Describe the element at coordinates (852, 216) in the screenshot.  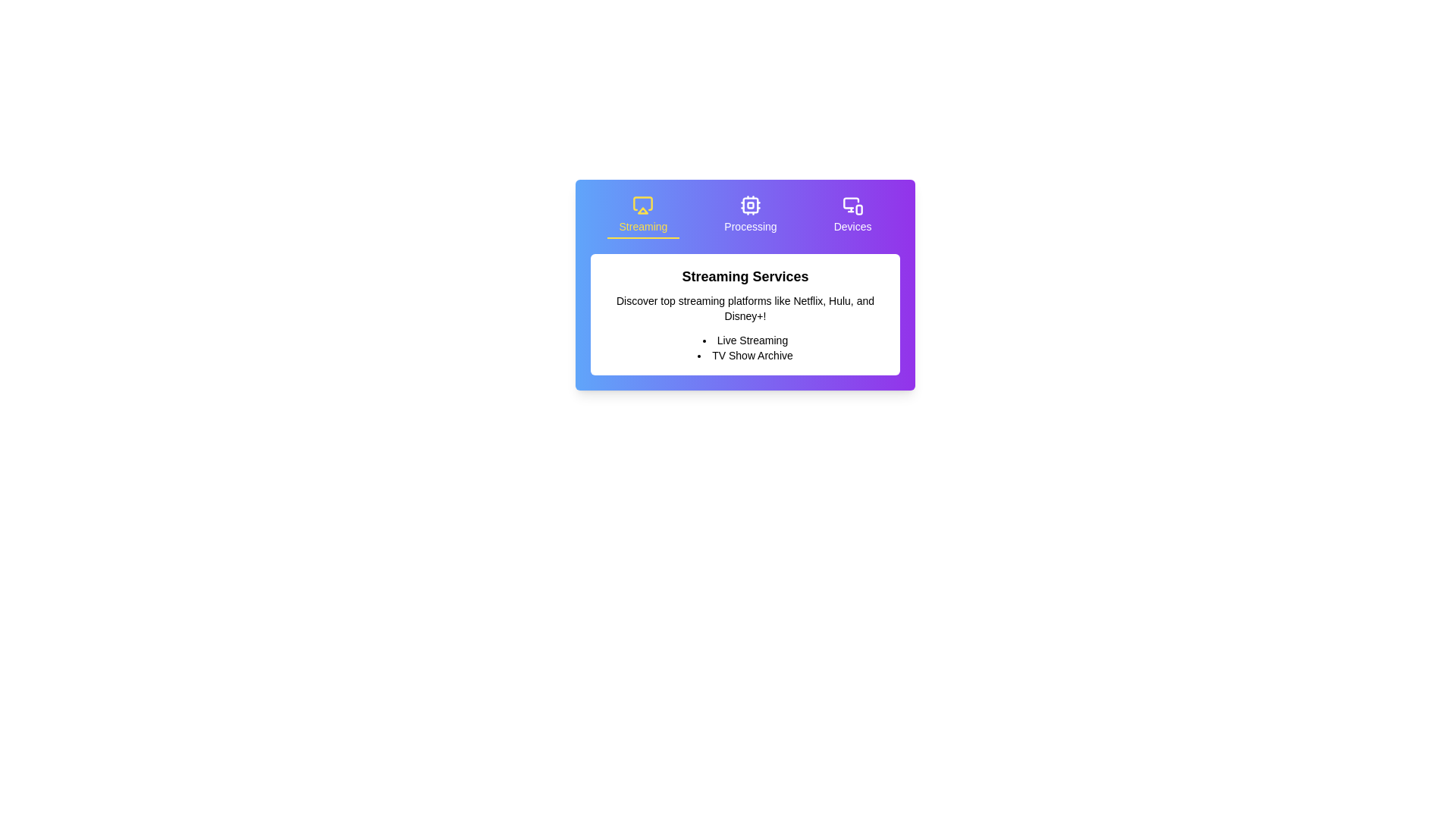
I see `the 'Devices' button, which features a monitor and smartphone icon above the text` at that location.